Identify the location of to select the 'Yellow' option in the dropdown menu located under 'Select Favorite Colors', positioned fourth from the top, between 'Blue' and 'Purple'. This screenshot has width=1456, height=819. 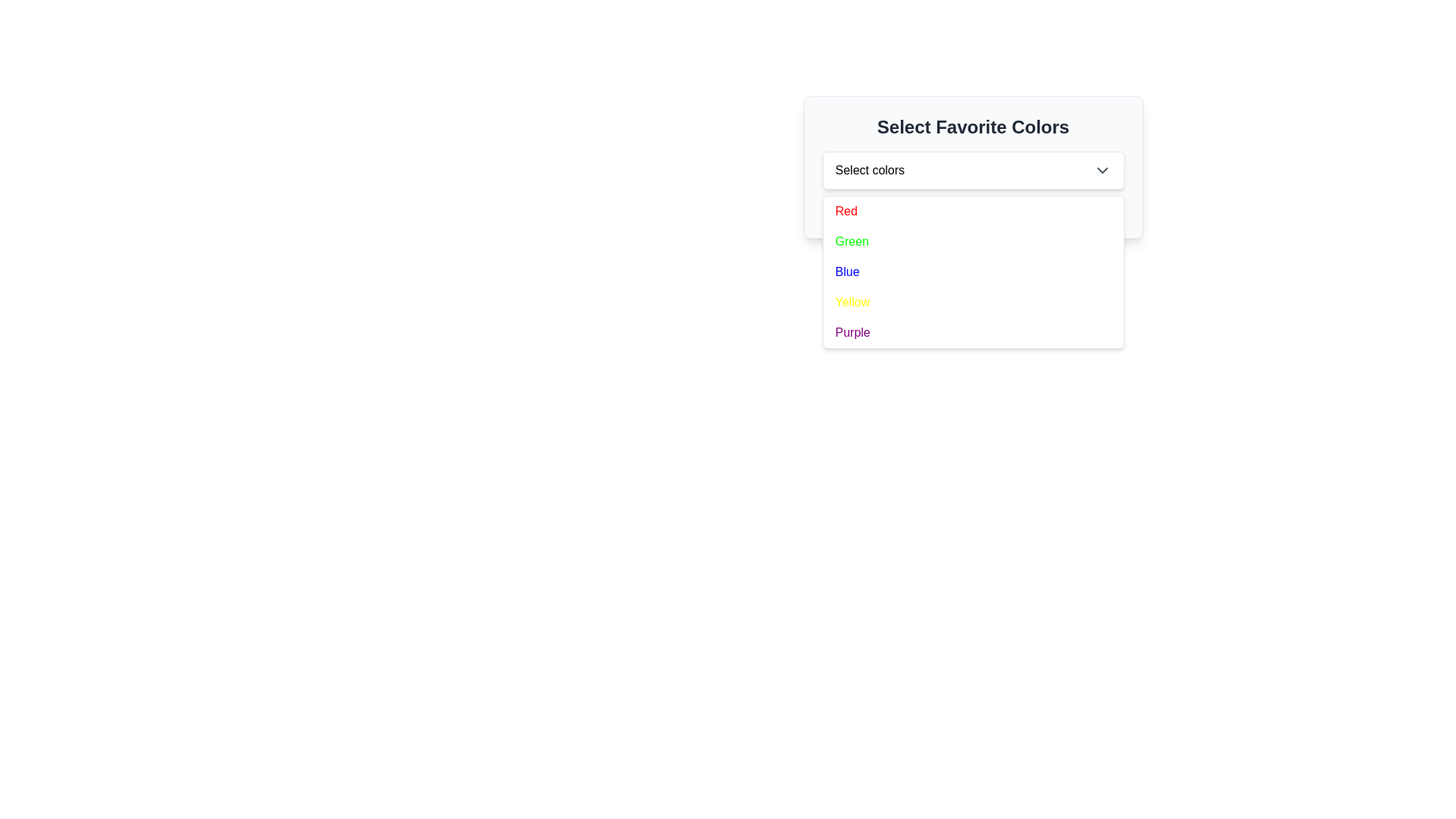
(852, 302).